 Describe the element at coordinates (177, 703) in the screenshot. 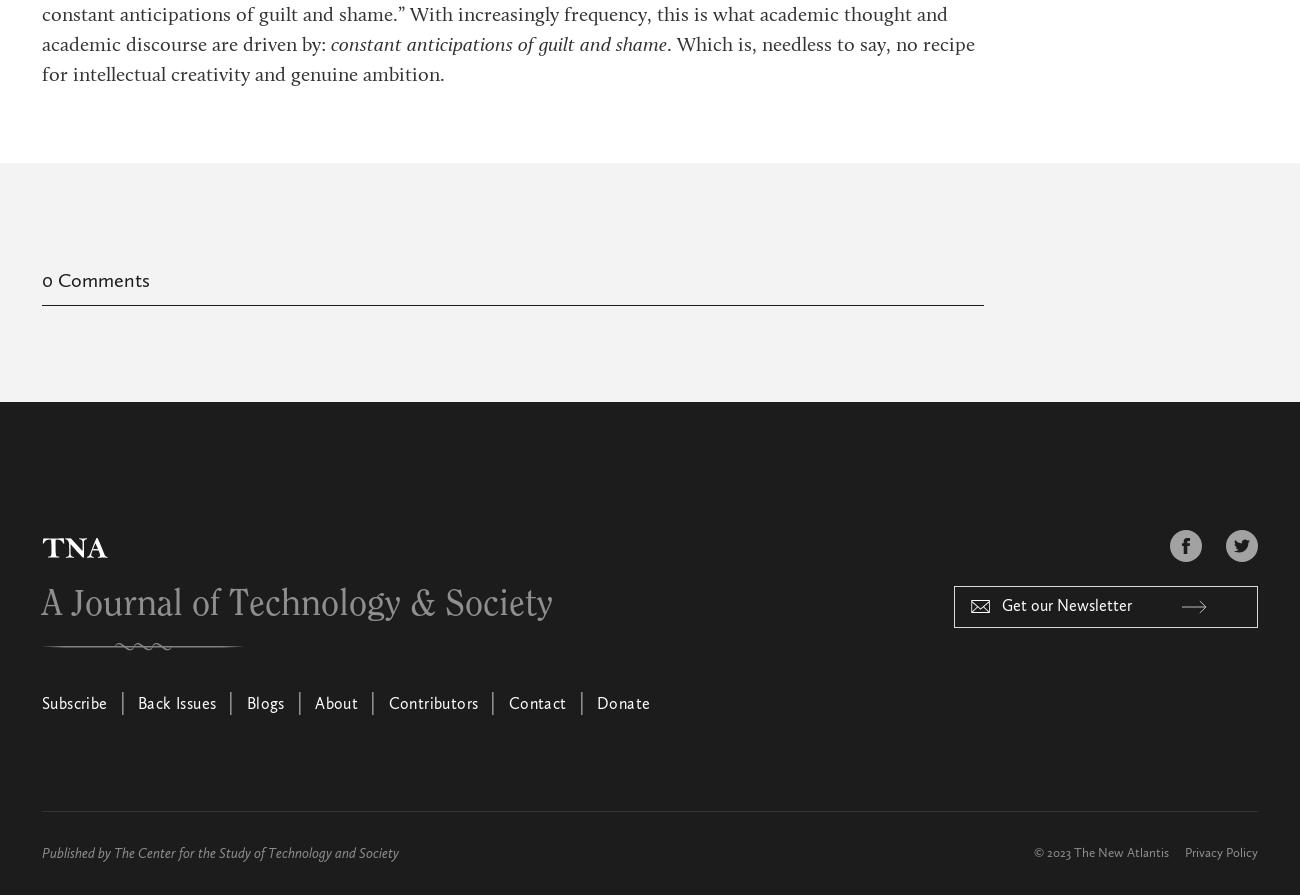

I see `'Back Issues'` at that location.